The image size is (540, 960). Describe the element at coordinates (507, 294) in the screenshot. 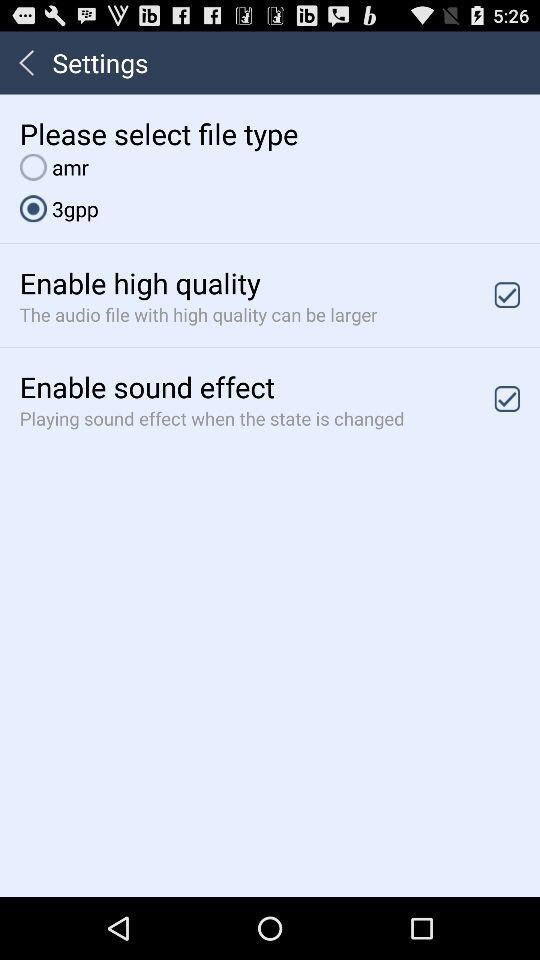

I see `high quality audio` at that location.